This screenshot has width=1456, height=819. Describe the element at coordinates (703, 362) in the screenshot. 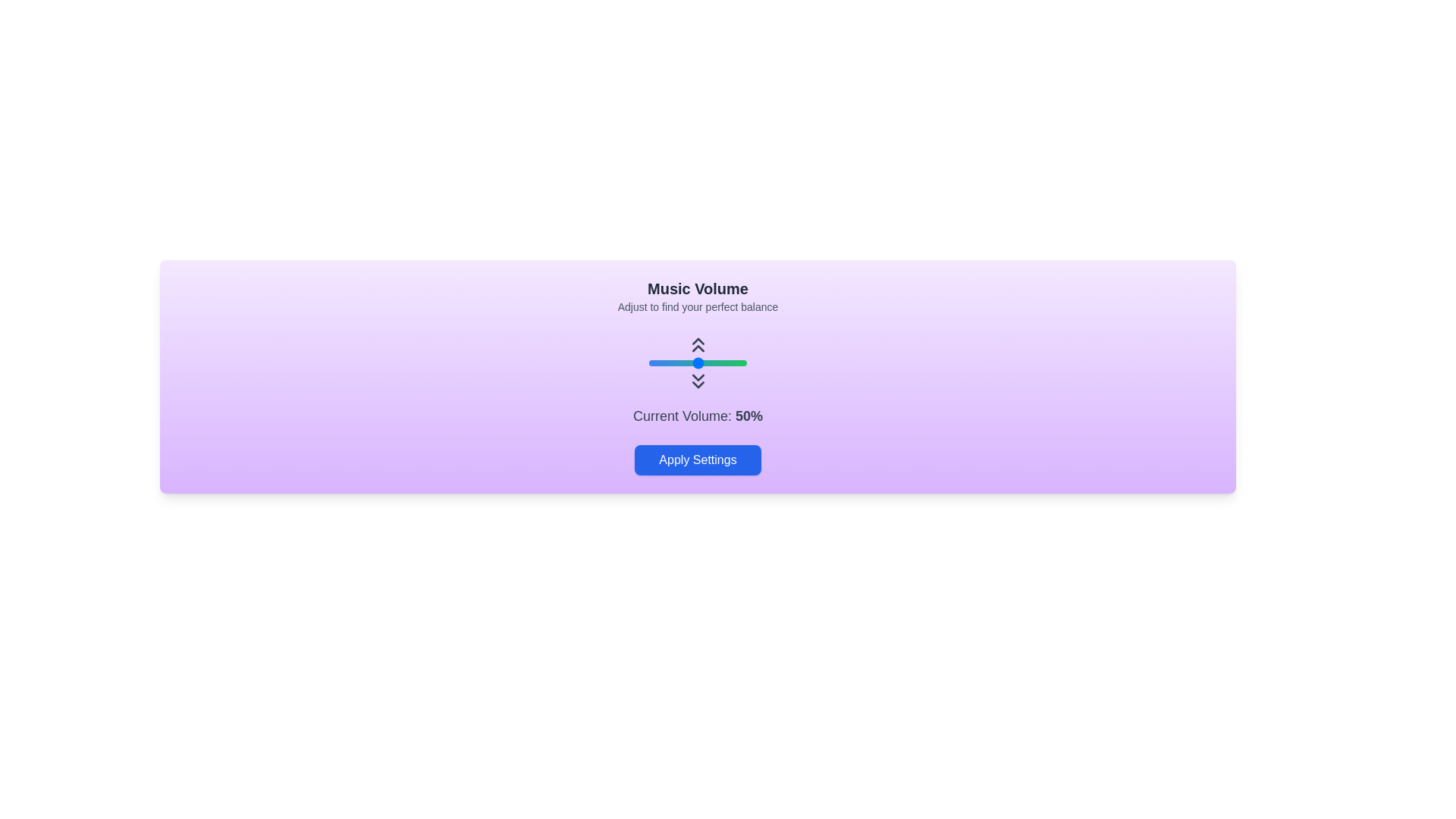

I see `the volume slider to 56%` at that location.